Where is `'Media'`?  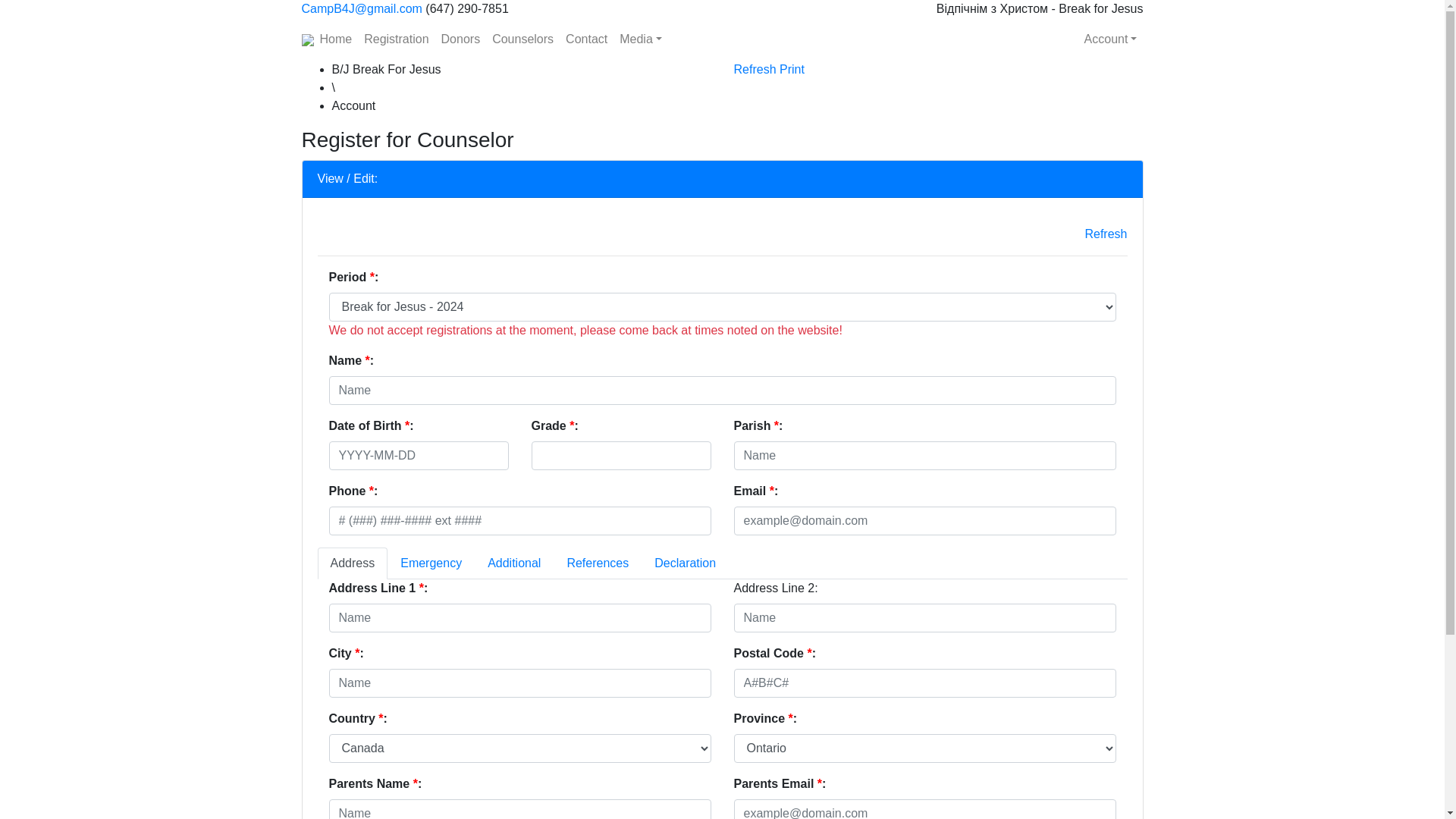
'Media' is located at coordinates (640, 38).